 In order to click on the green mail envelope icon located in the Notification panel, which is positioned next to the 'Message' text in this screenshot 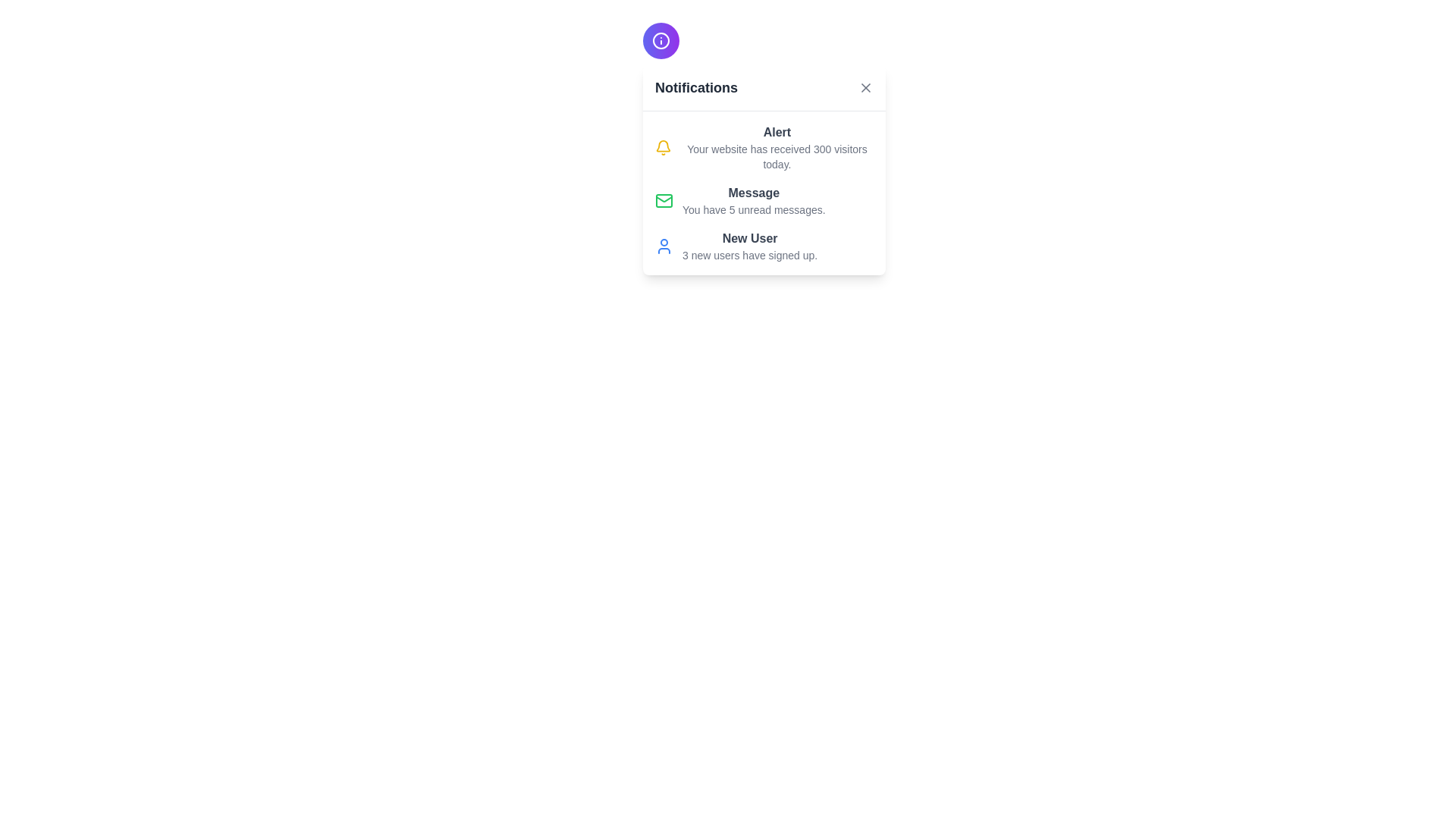, I will do `click(664, 200)`.